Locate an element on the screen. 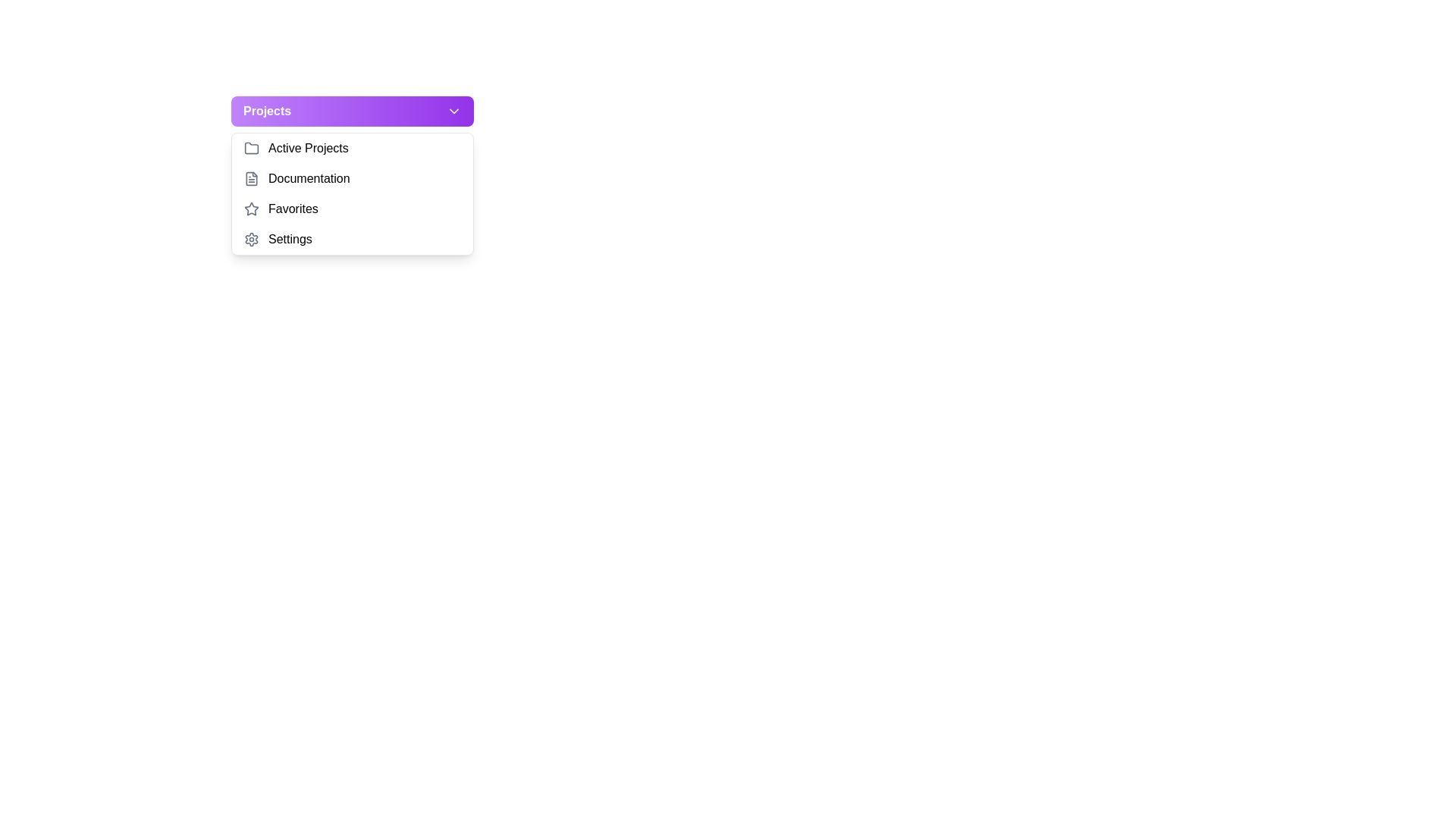 Image resolution: width=1456 pixels, height=819 pixels. the folder-like icon within the dropdown list under the 'Documentation' label, which is represented as an SVG element is located at coordinates (251, 177).